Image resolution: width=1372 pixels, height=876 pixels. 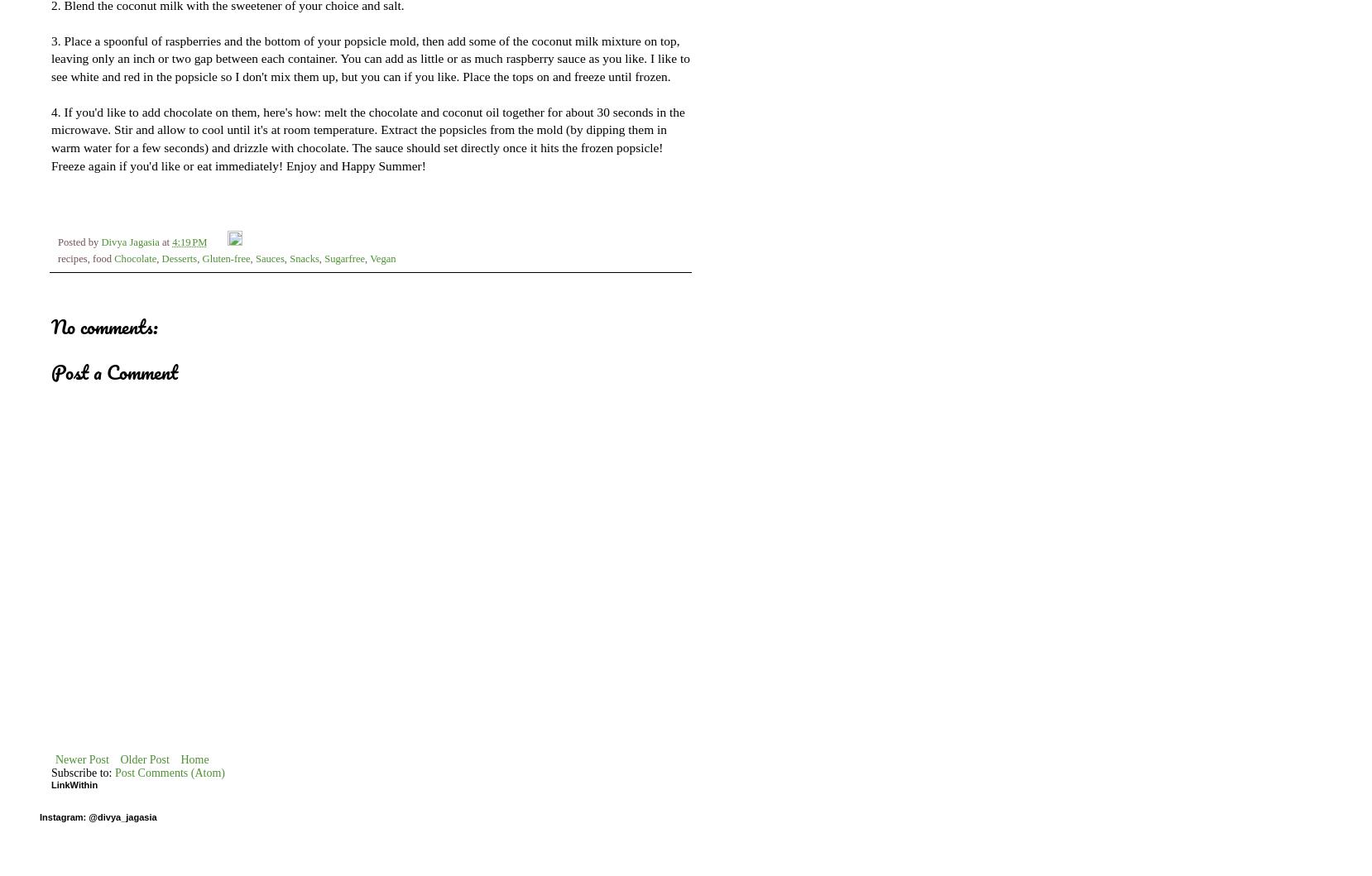 What do you see at coordinates (84, 259) in the screenshot?
I see `'recipes, food'` at bounding box center [84, 259].